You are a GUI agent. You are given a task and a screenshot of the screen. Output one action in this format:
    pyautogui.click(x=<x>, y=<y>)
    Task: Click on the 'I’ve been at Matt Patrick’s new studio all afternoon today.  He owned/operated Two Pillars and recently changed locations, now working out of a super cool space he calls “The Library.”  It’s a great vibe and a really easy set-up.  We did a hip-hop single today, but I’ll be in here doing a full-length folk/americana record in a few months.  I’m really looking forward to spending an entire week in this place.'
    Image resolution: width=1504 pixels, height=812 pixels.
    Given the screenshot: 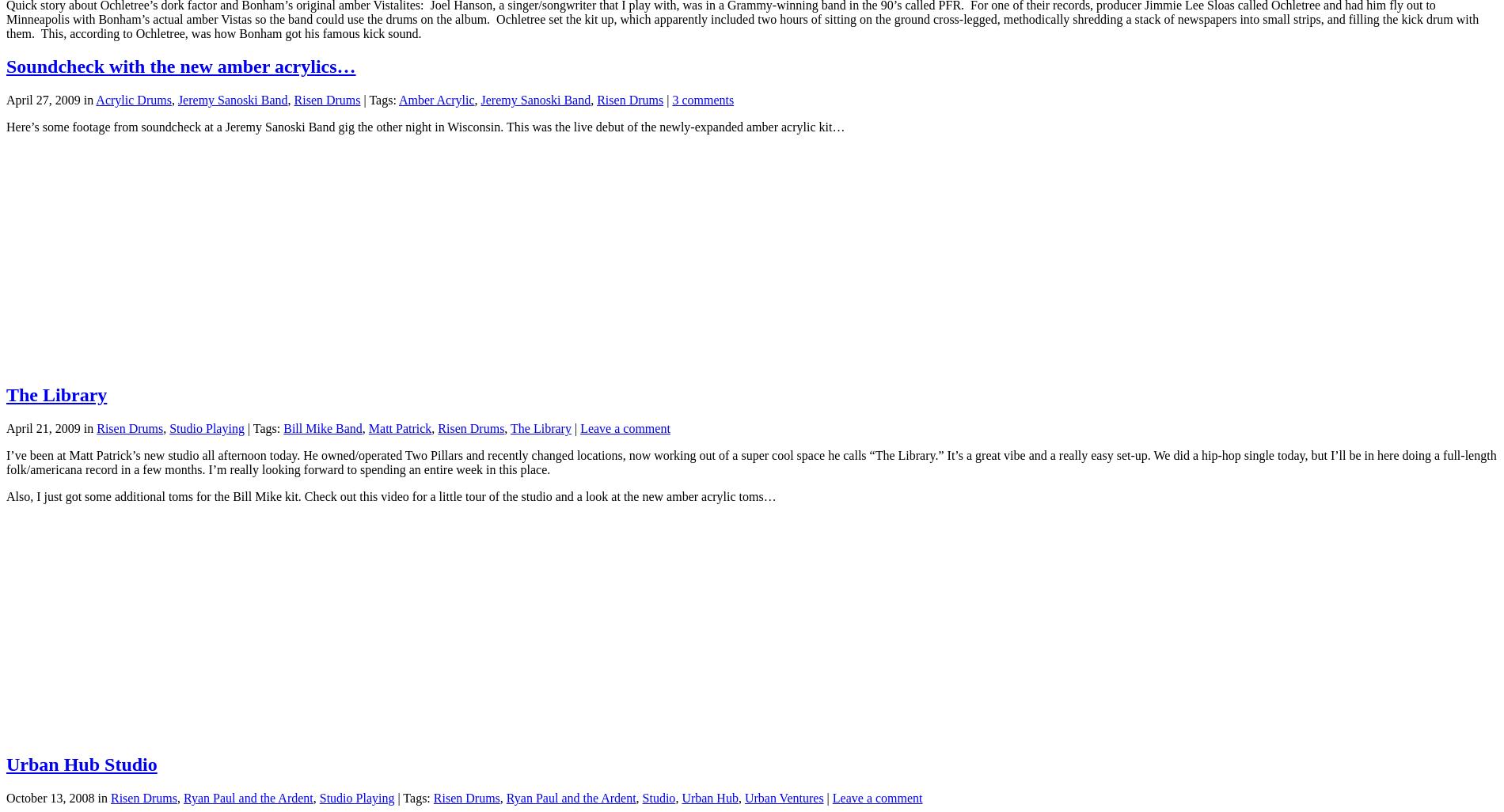 What is the action you would take?
    pyautogui.click(x=750, y=461)
    